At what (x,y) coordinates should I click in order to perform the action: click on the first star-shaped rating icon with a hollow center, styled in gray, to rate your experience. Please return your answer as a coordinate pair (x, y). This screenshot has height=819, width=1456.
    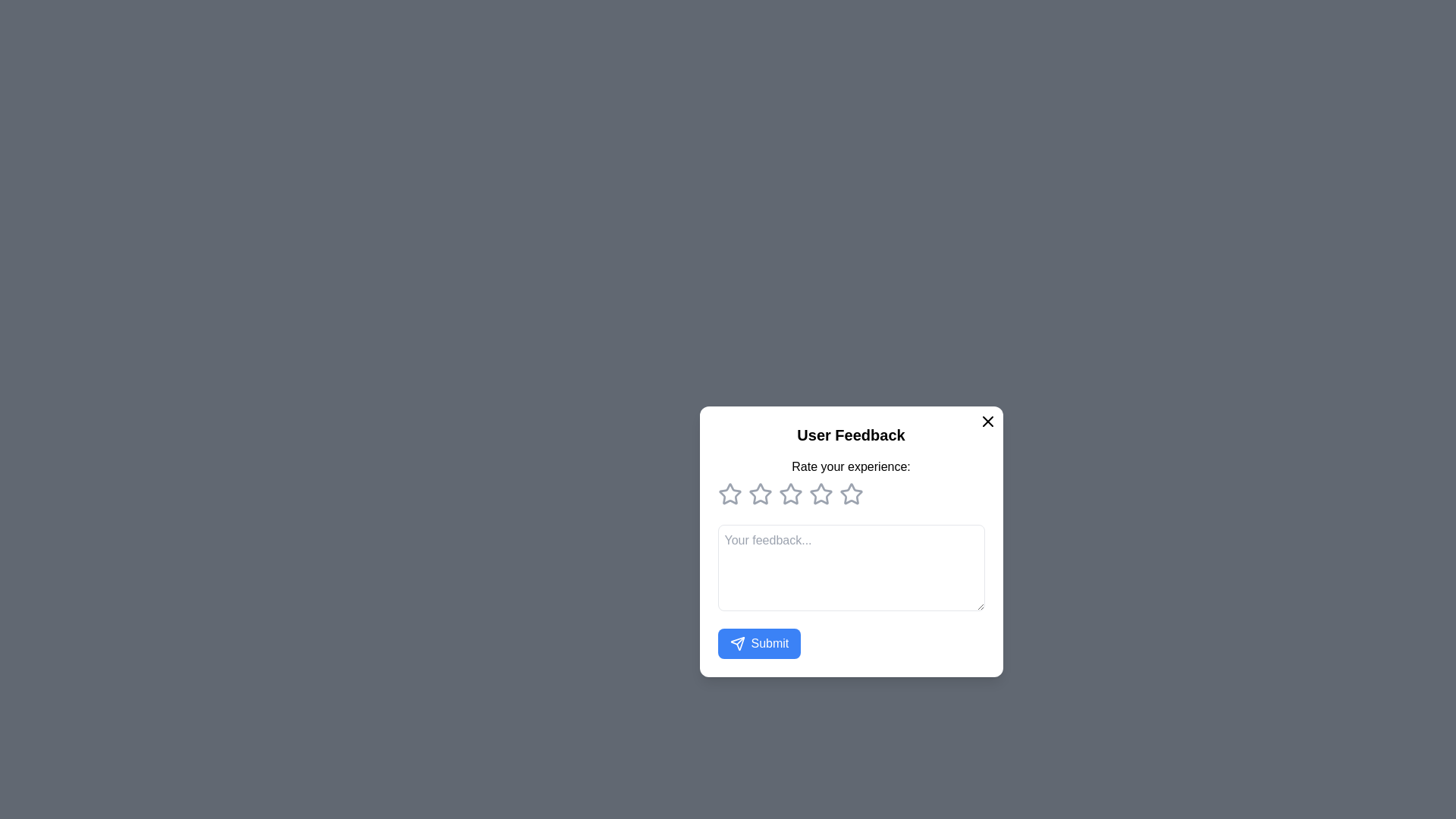
    Looking at the image, I should click on (730, 494).